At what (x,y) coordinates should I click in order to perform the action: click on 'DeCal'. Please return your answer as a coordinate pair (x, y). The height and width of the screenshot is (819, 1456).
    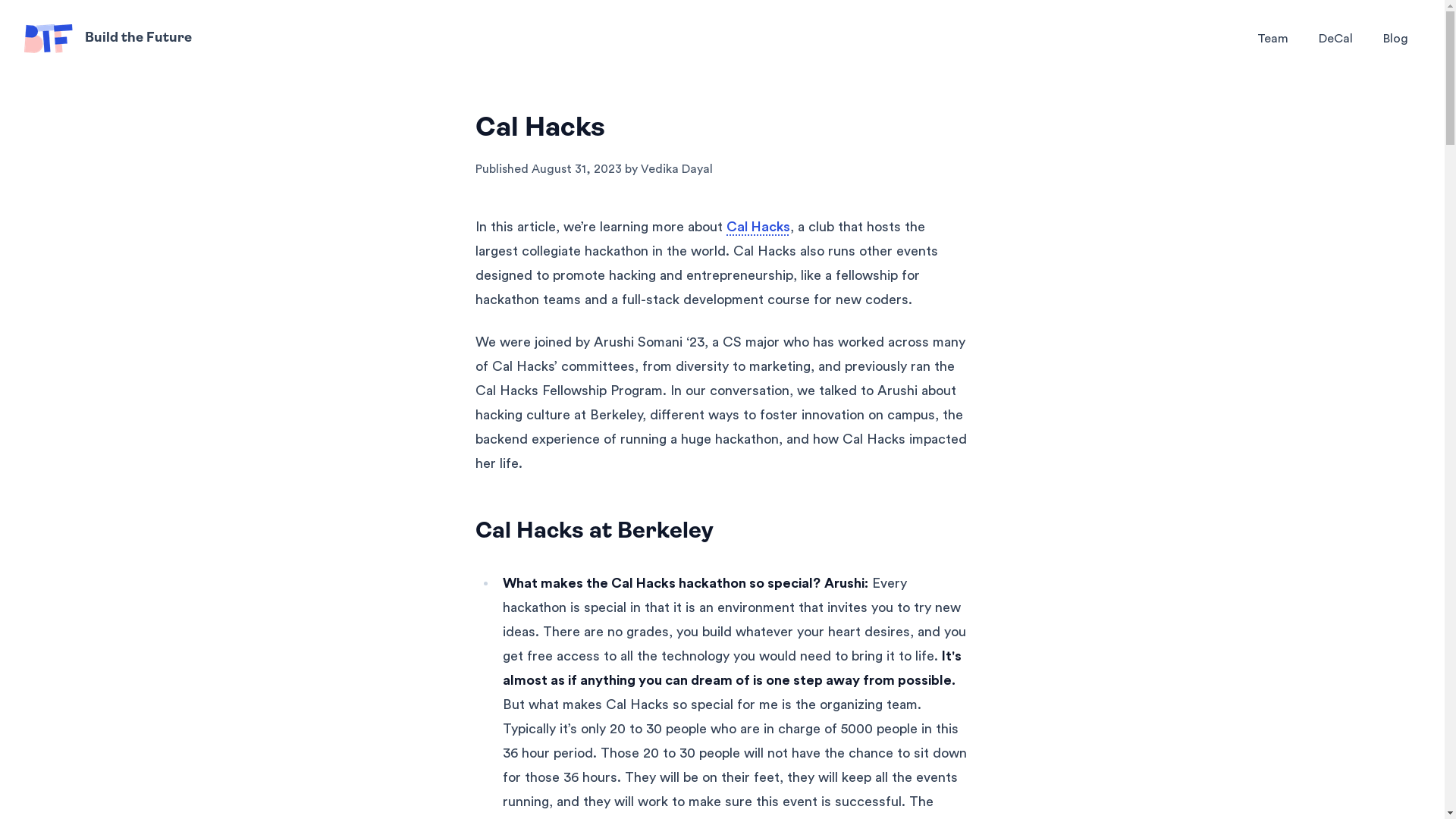
    Looking at the image, I should click on (1335, 37).